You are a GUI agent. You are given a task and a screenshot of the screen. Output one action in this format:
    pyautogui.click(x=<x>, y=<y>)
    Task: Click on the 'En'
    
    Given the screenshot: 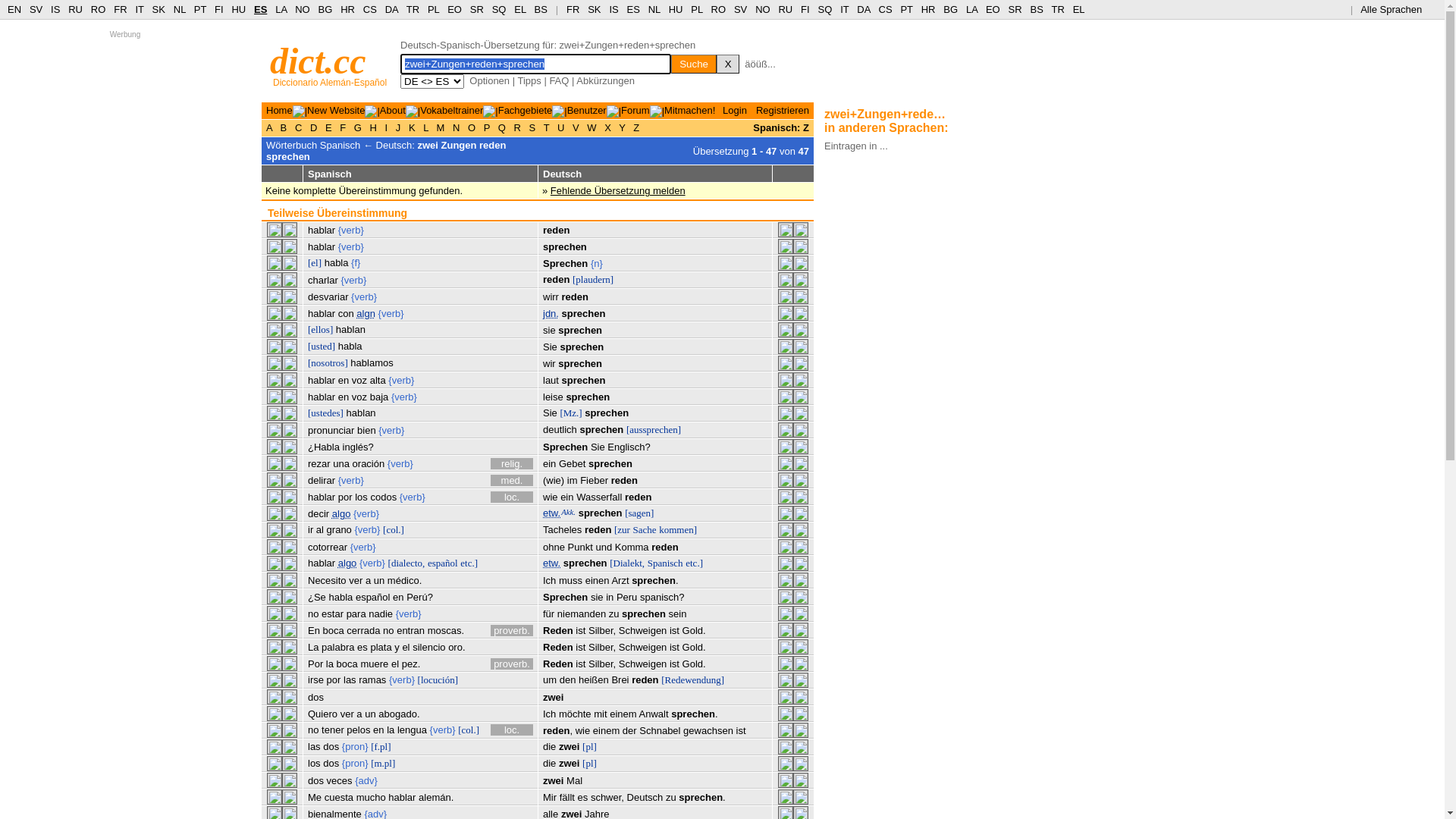 What is the action you would take?
    pyautogui.click(x=312, y=630)
    